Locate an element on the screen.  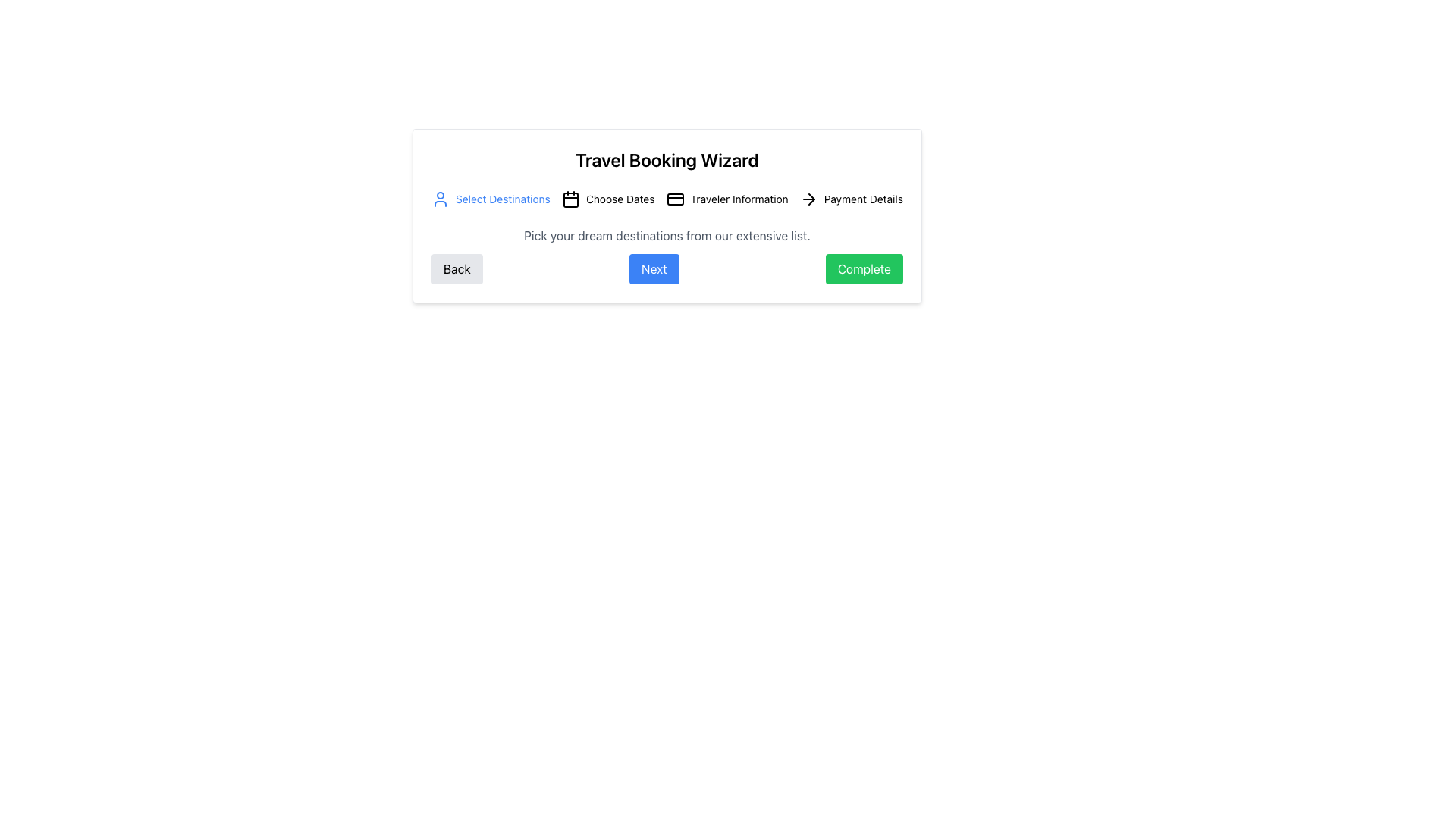
the Step Progress Indicator Bar located within the 'Travel Booking Wizard' block to guide the user through the booking process is located at coordinates (667, 198).